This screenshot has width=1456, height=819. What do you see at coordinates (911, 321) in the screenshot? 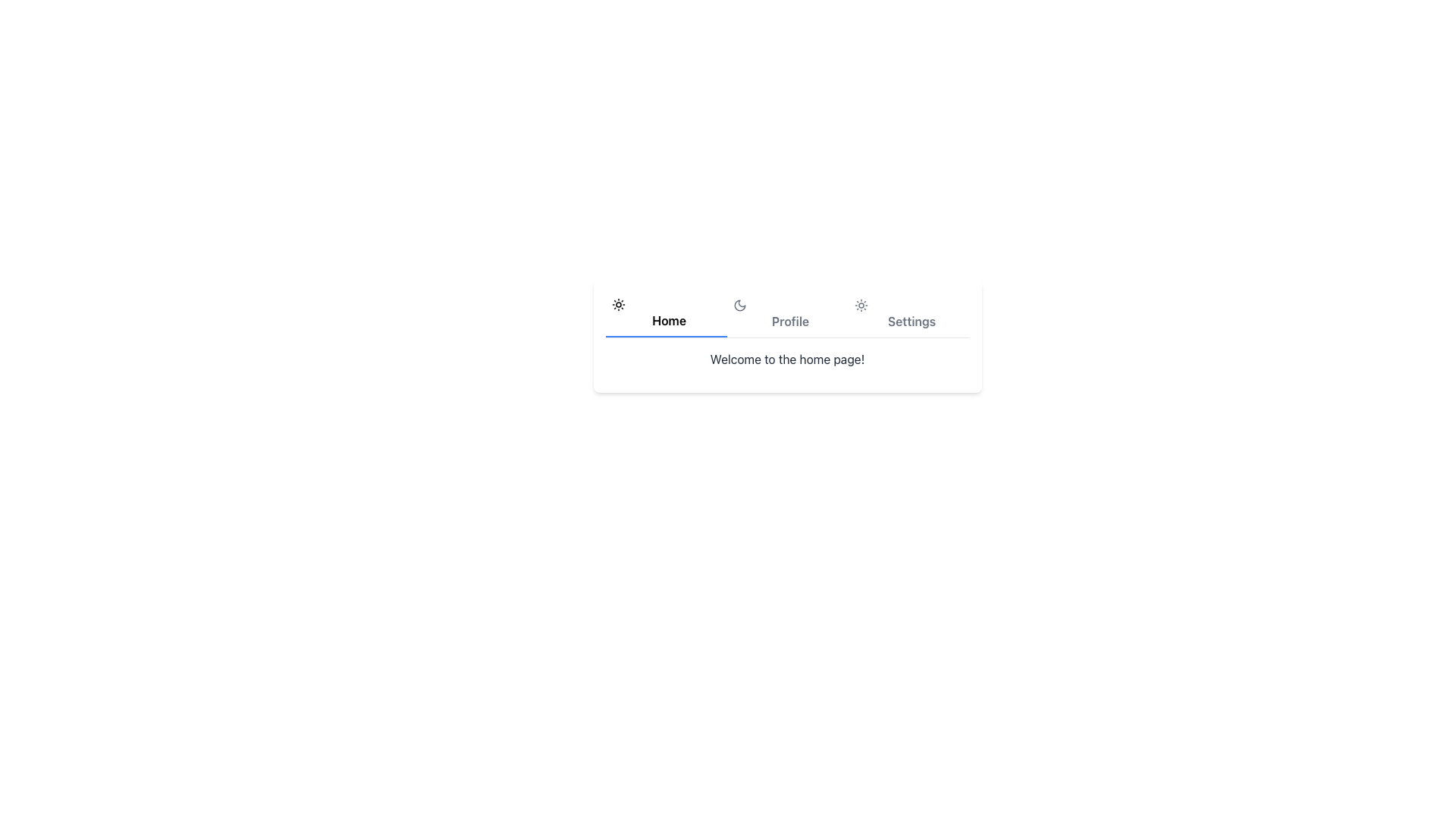
I see `the 'Settings' text label in the top-right portion of the navigation bar to potentially trigger a tooltip or style change` at bounding box center [911, 321].